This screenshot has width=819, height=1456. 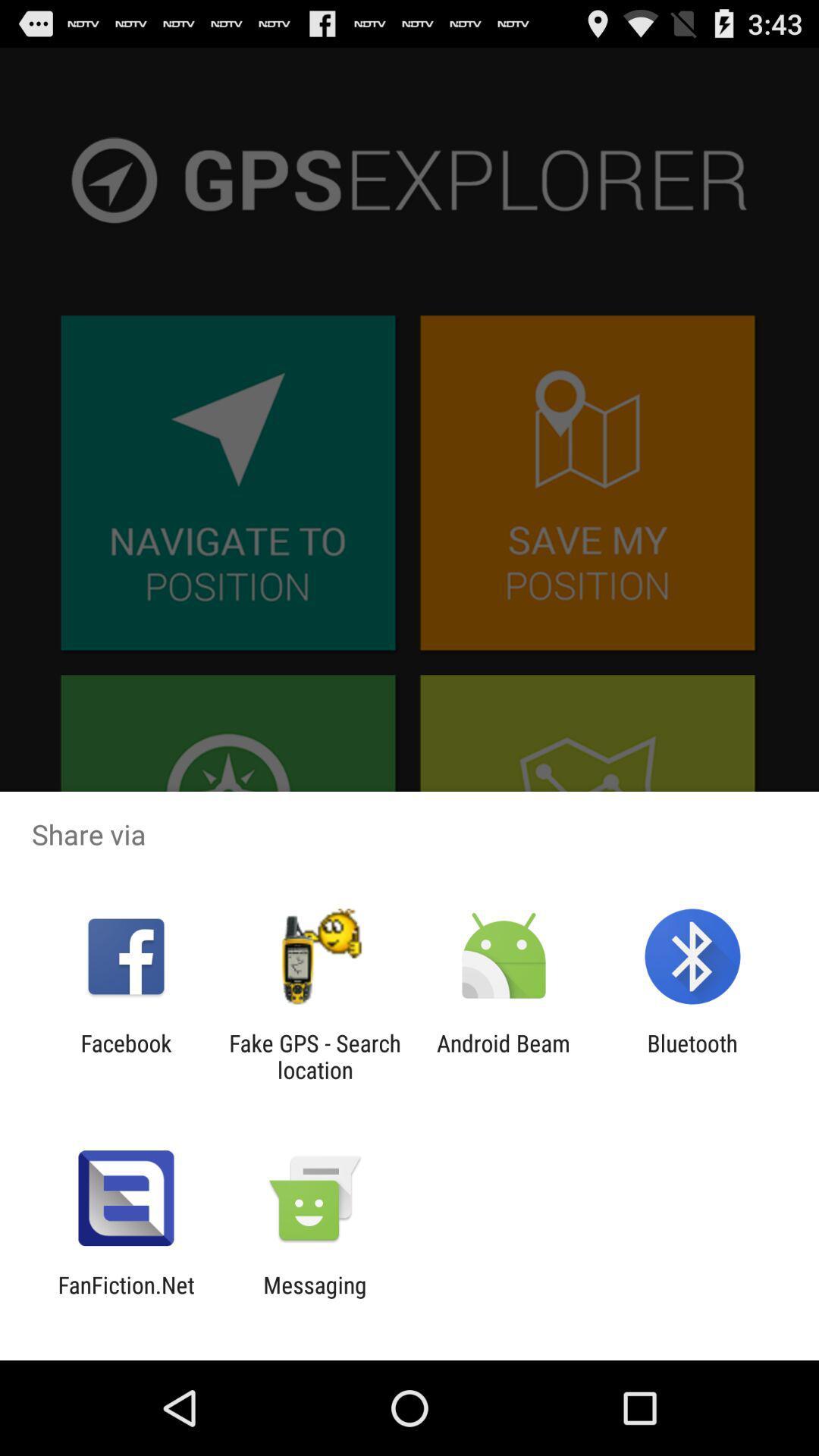 What do you see at coordinates (125, 1298) in the screenshot?
I see `the fanfiction.net app` at bounding box center [125, 1298].